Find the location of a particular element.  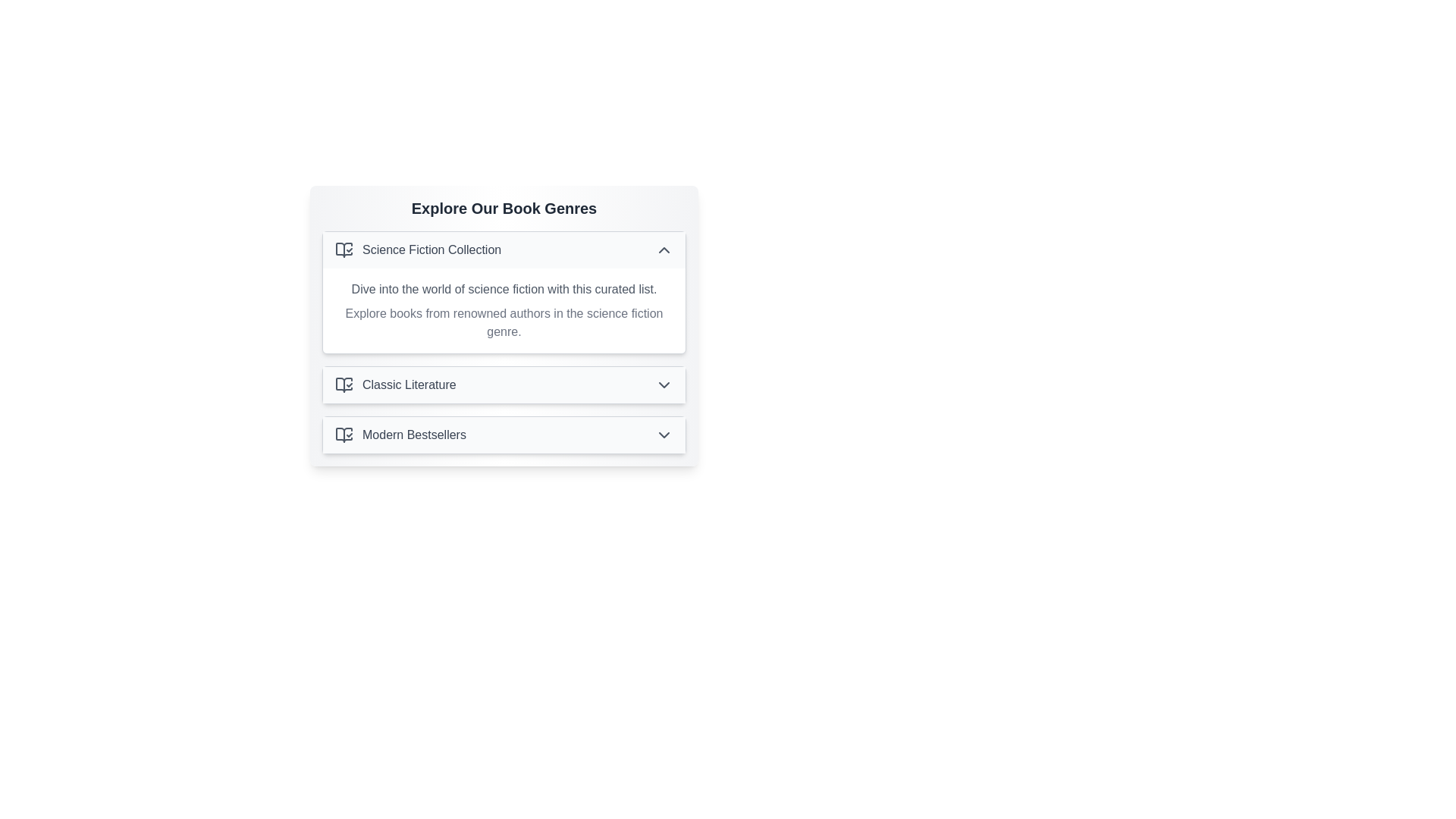

the 'Science Fiction Collection' element is located at coordinates (418, 249).